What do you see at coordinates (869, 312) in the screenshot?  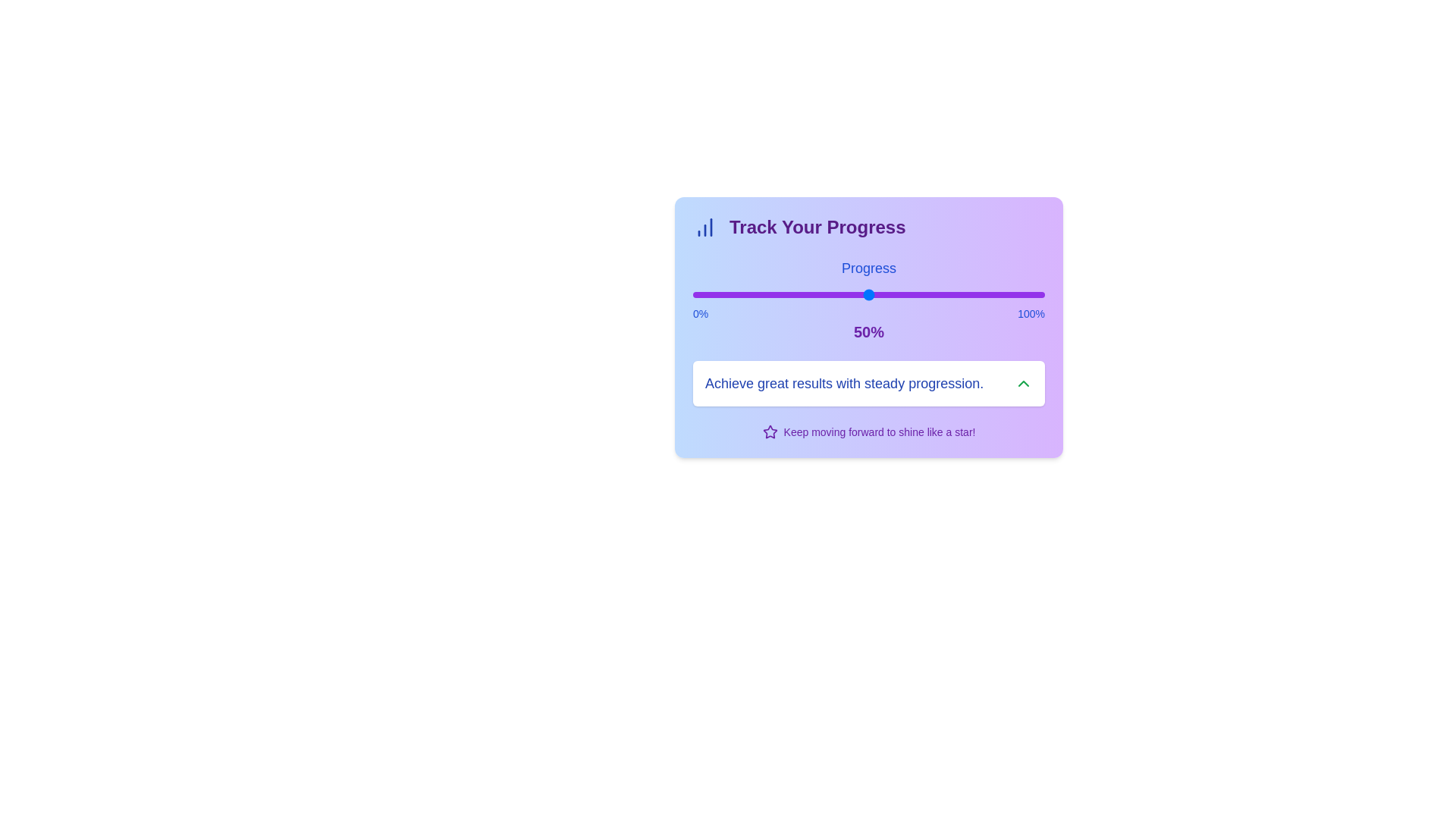 I see `the labeled text group representing the bounds of the range slider, which indicates the minimum ('0%') and maximum ('100%') values for the slider positioned above it` at bounding box center [869, 312].